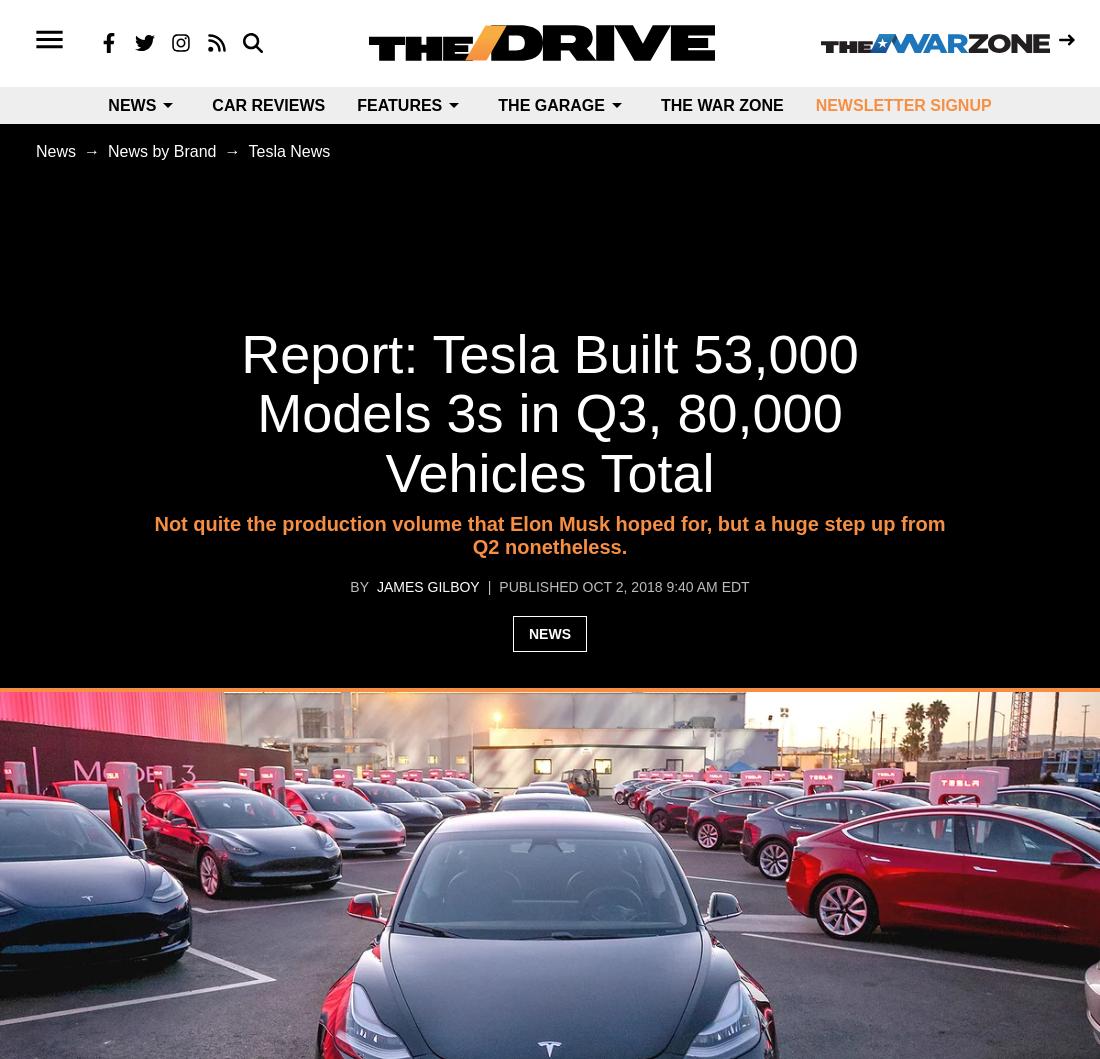  What do you see at coordinates (549, 412) in the screenshot?
I see `'Report: Tesla Built 53,000 Models 3s in Q3, 80,000 Vehicles Total'` at bounding box center [549, 412].